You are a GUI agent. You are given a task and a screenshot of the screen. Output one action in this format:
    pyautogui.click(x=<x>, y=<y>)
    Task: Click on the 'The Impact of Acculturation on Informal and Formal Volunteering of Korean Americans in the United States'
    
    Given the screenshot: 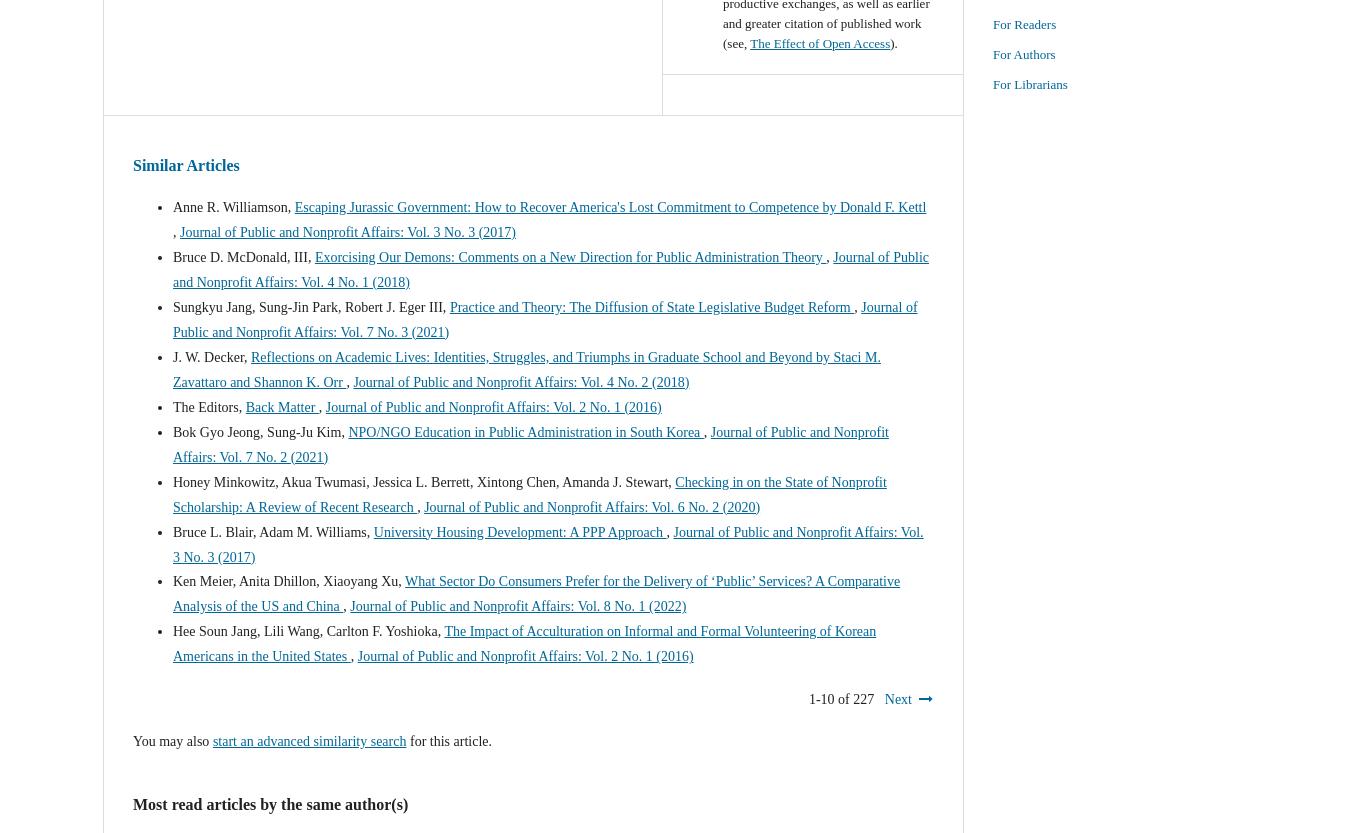 What is the action you would take?
    pyautogui.click(x=524, y=643)
    